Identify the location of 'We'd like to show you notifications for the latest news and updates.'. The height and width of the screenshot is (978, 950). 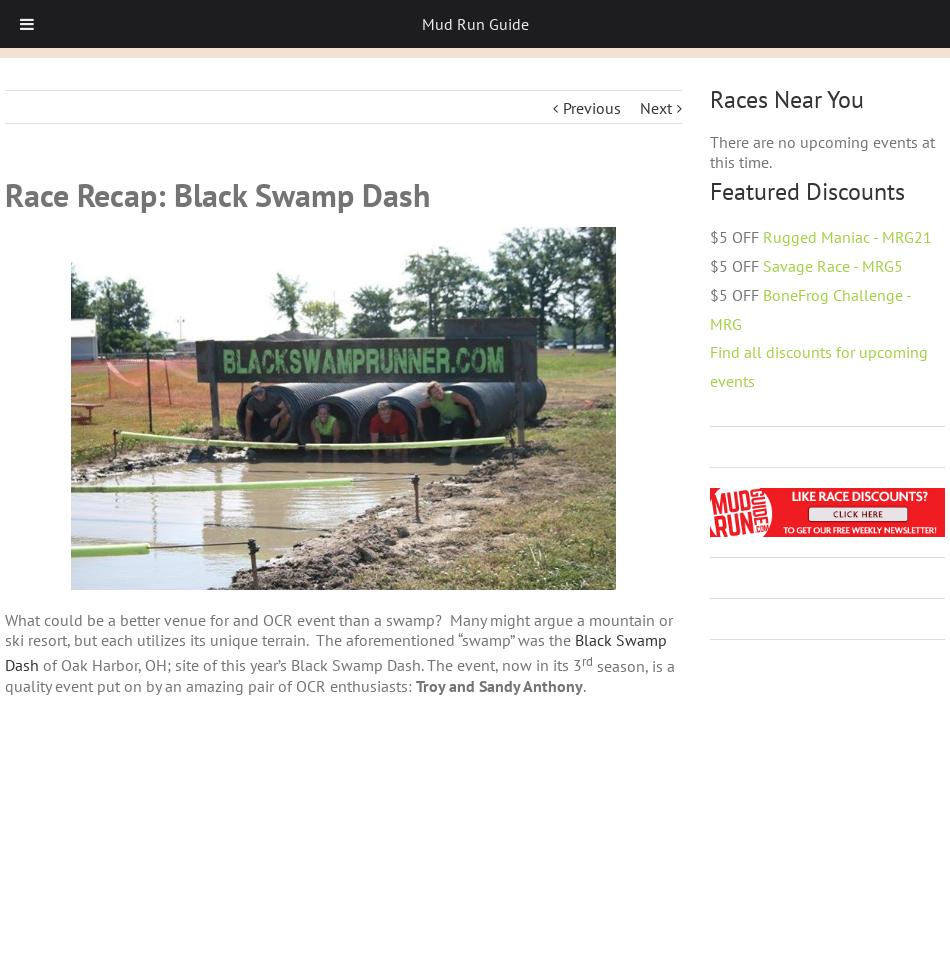
(514, 47).